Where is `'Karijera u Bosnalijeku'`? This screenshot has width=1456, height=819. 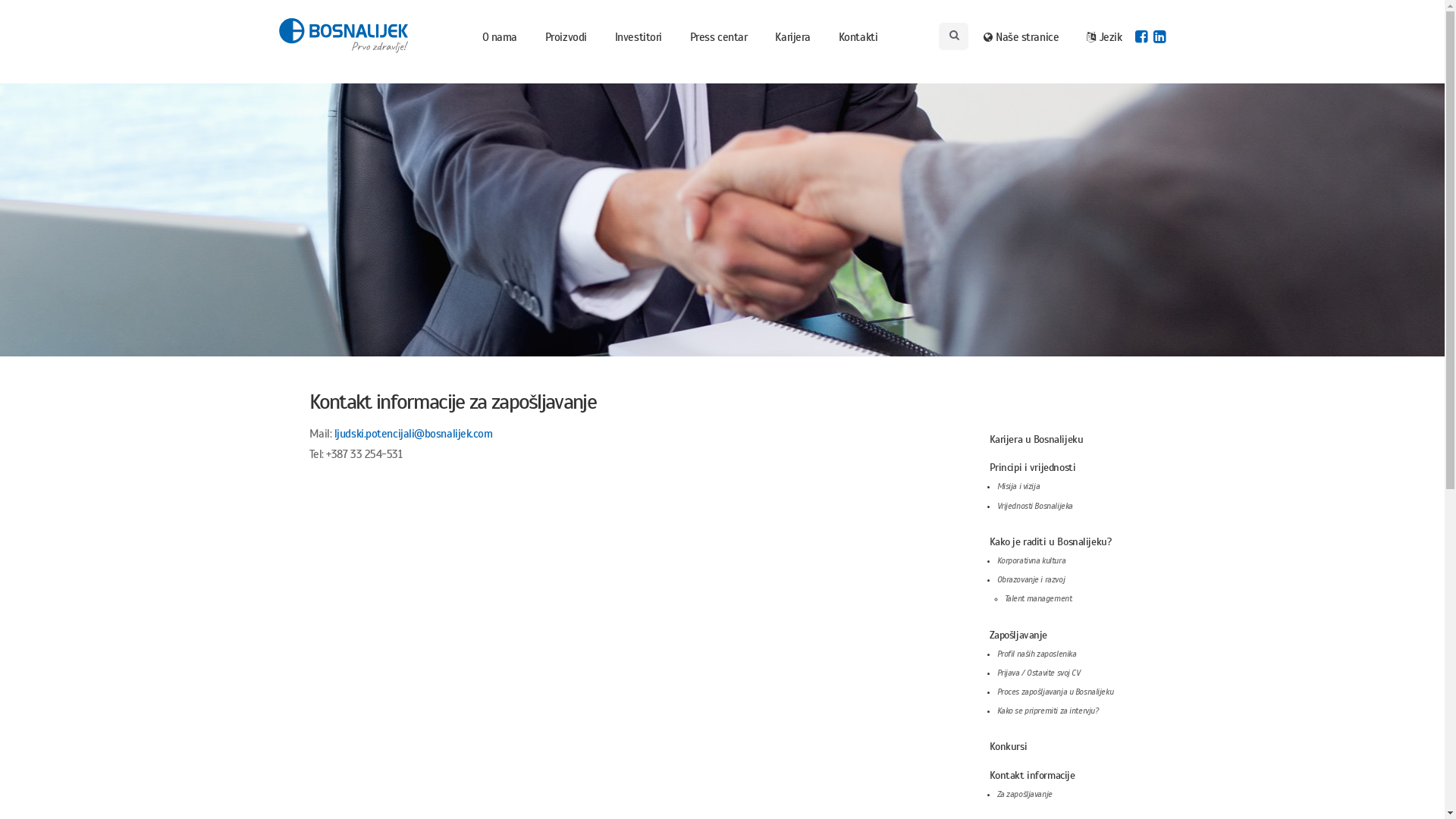
'Karijera u Bosnalijeku' is located at coordinates (1035, 439).